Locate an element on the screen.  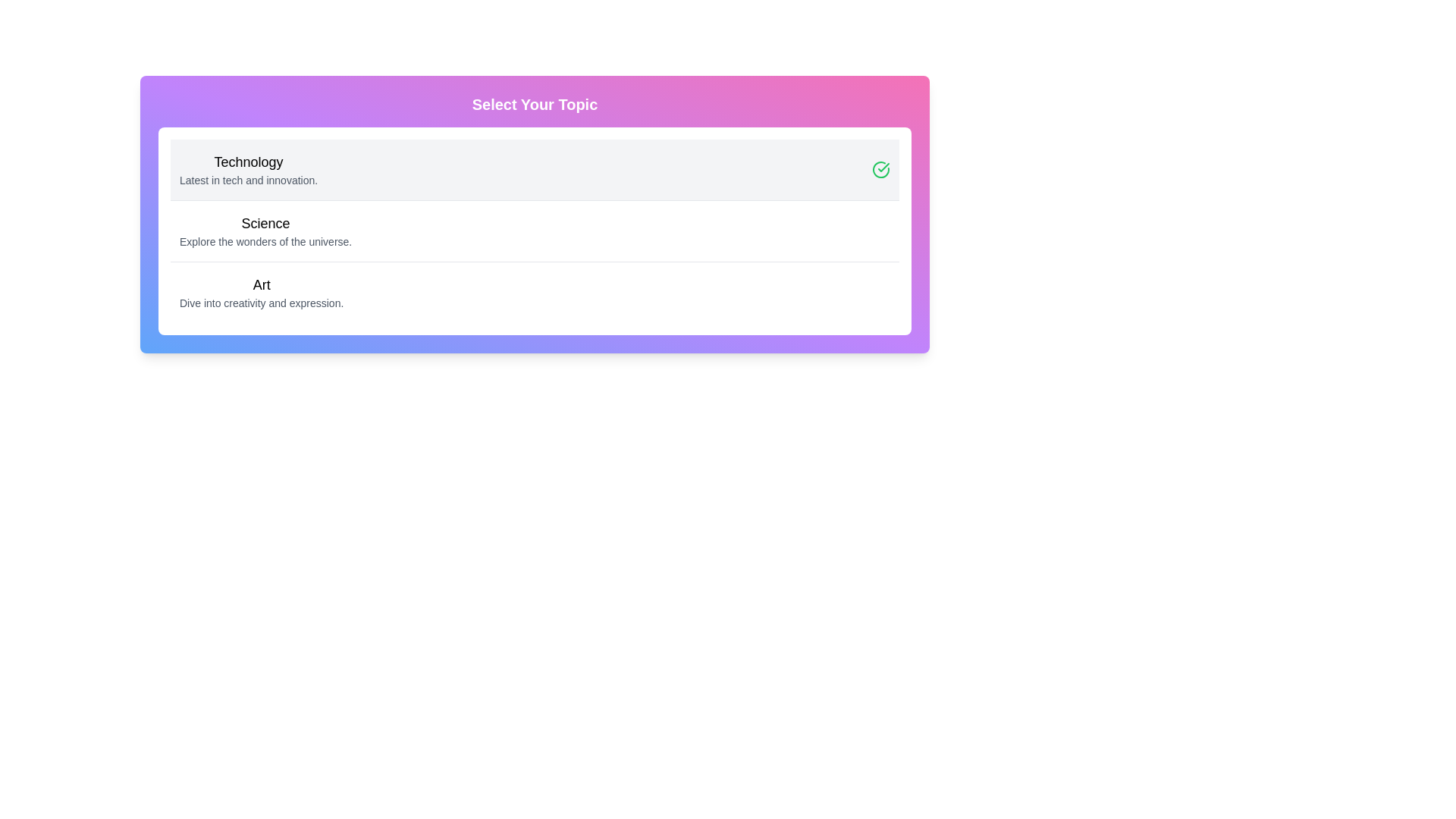
the selected state icon for the 'Technology' topic located on the right-hand side of the first card labeled 'Technology' with the subtitle 'Latest in tech and innovation.' is located at coordinates (880, 169).